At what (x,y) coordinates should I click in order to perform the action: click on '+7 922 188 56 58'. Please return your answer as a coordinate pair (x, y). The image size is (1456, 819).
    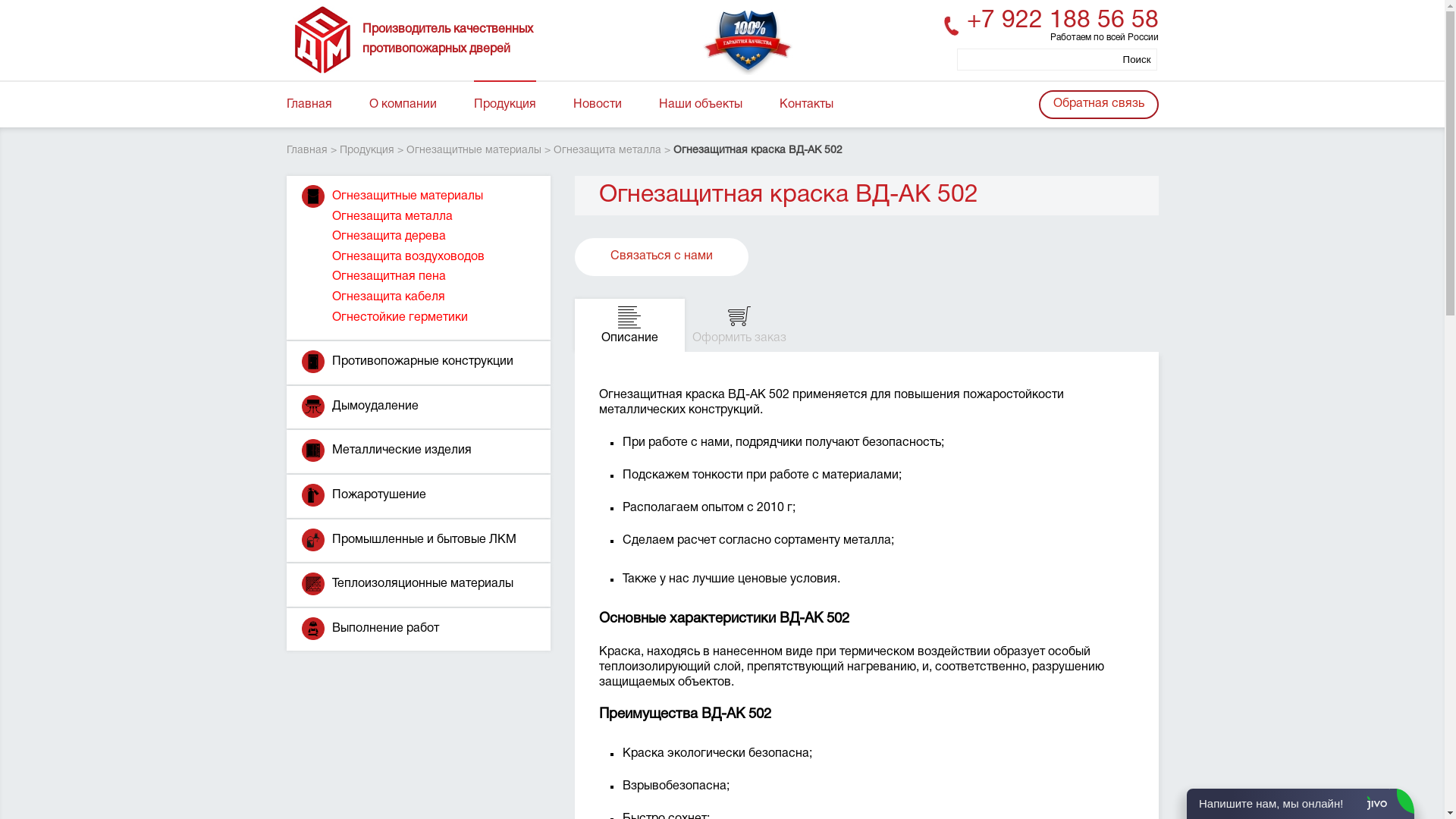
    Looking at the image, I should click on (1061, 20).